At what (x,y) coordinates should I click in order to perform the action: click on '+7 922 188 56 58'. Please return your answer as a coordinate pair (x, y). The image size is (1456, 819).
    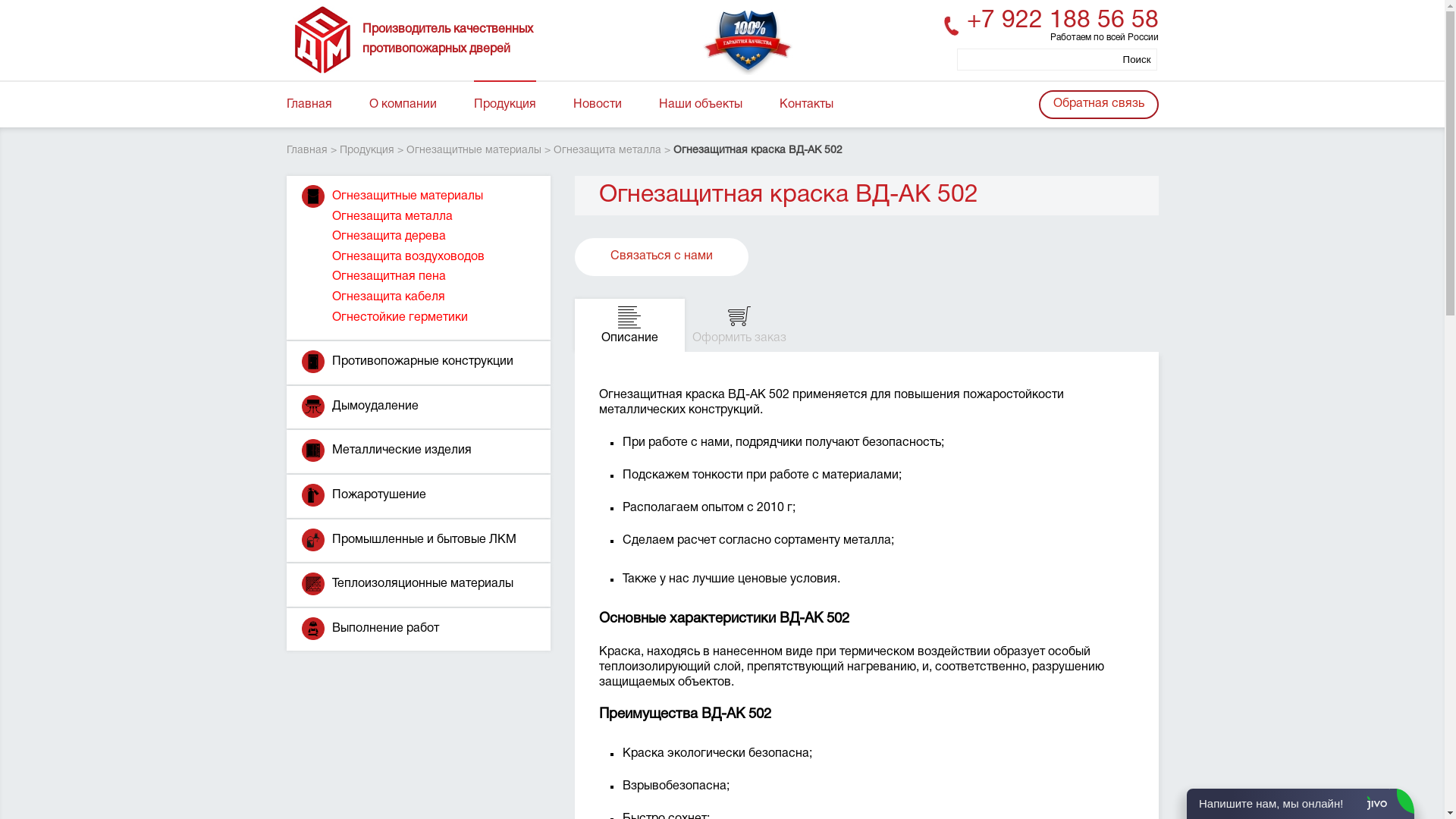
    Looking at the image, I should click on (1061, 20).